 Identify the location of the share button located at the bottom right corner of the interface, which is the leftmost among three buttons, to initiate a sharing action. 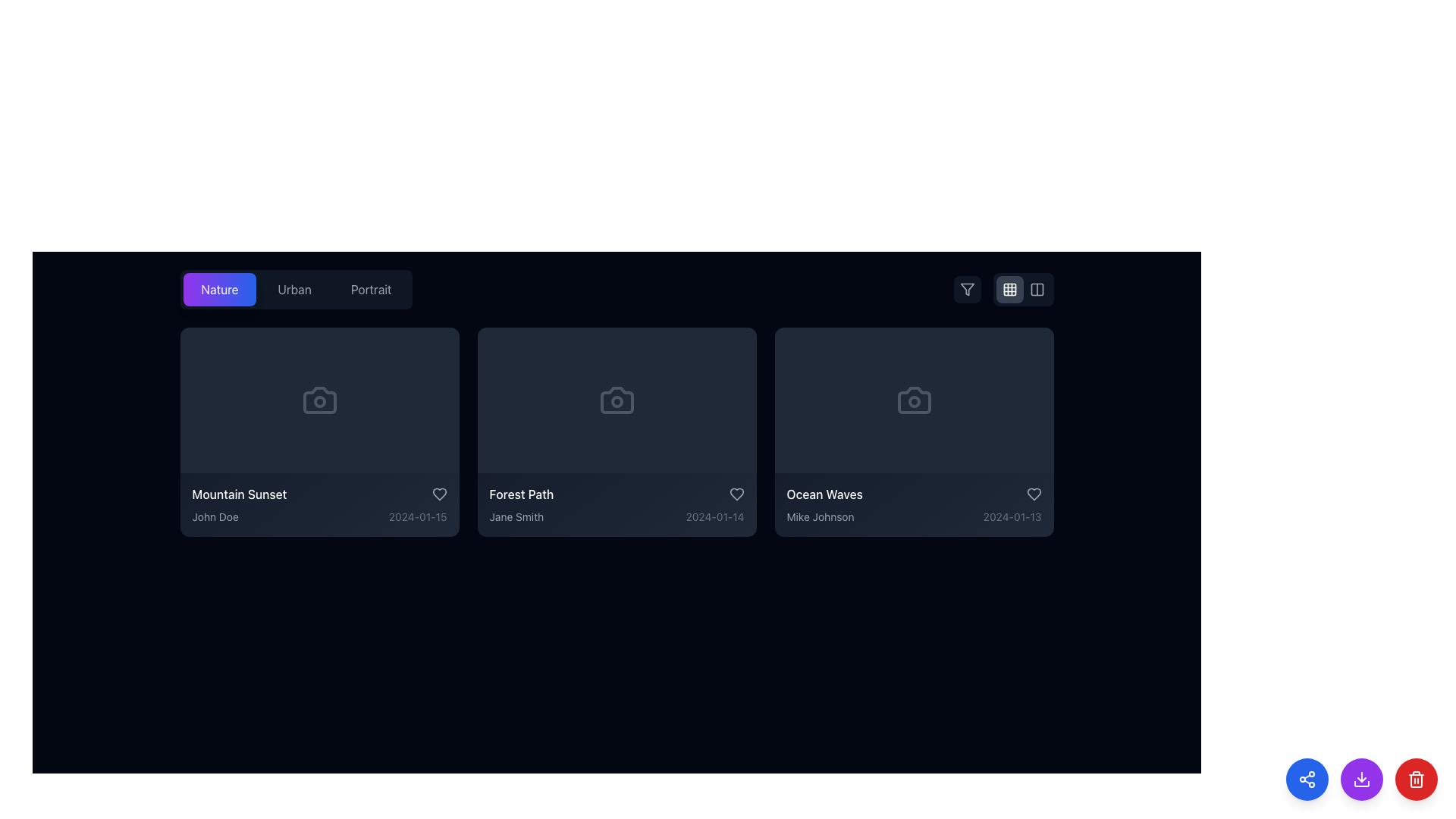
(1306, 780).